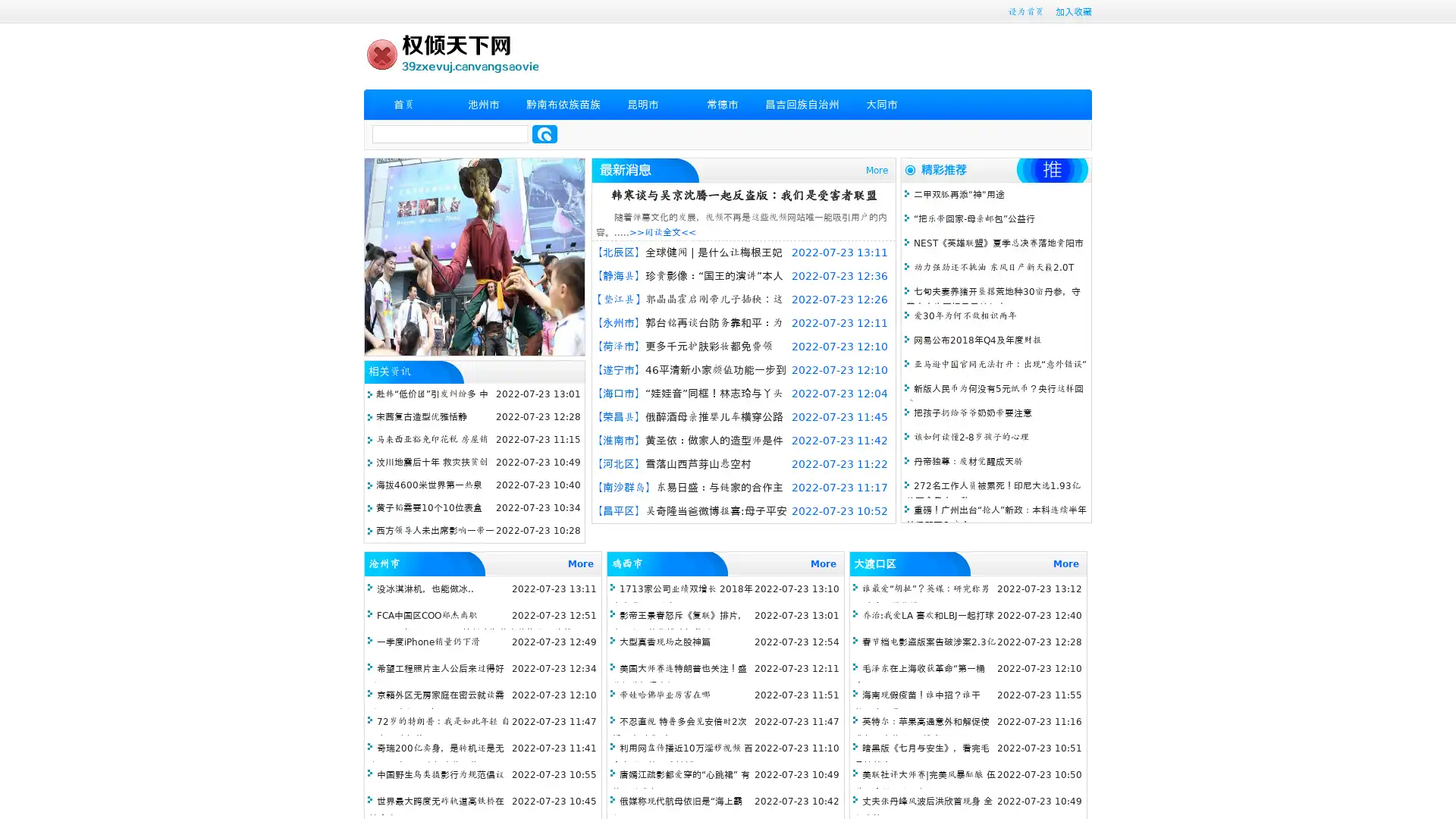 The width and height of the screenshot is (1456, 819). I want to click on Search, so click(544, 133).